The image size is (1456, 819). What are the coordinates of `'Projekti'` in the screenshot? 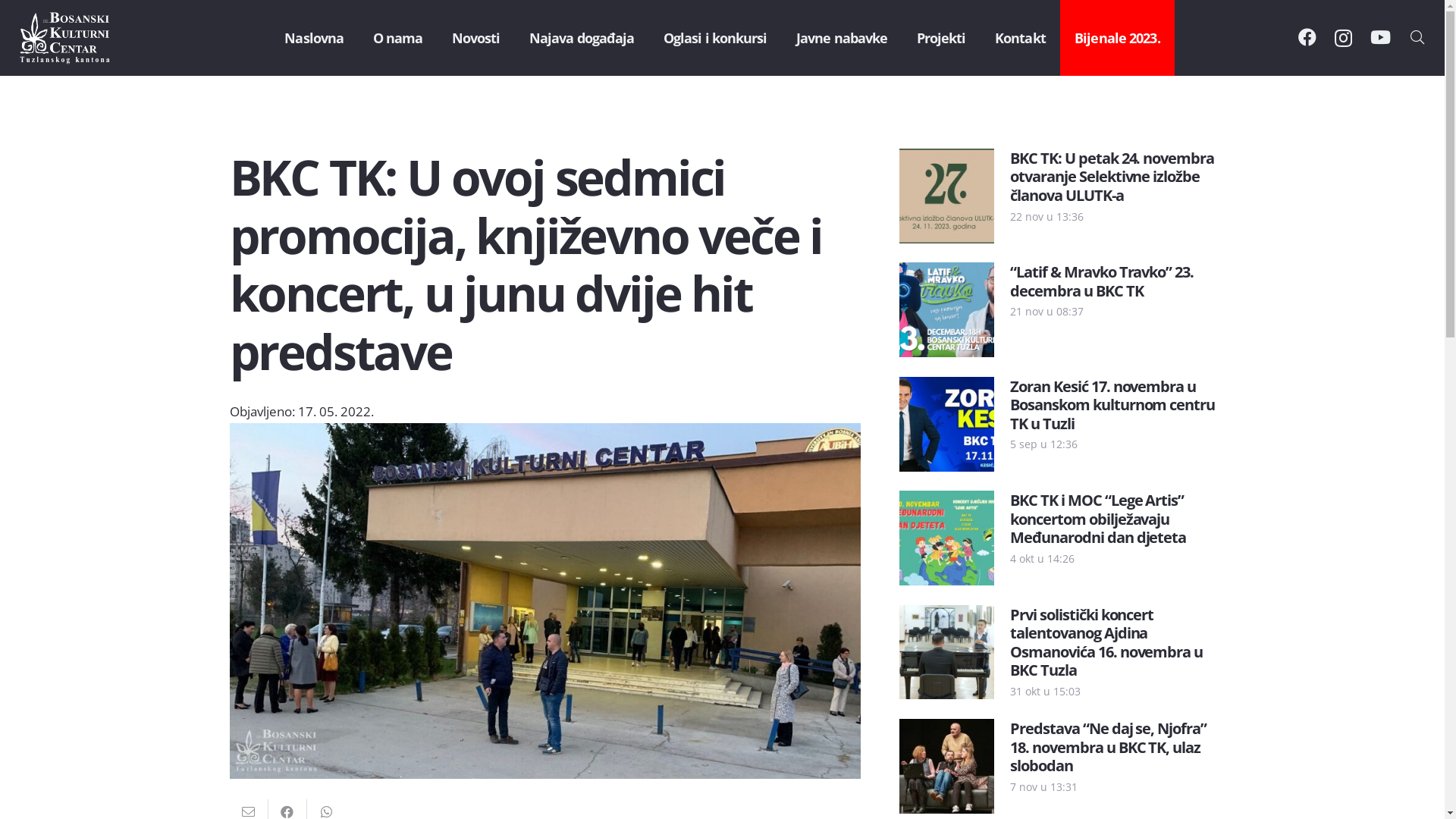 It's located at (940, 37).